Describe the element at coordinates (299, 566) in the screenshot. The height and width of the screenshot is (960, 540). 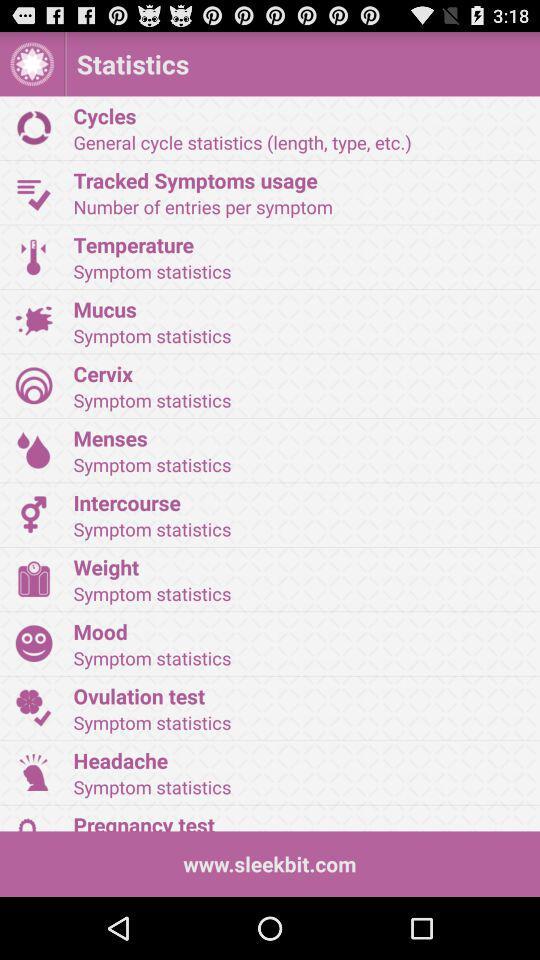
I see `item below symptom statistics` at that location.